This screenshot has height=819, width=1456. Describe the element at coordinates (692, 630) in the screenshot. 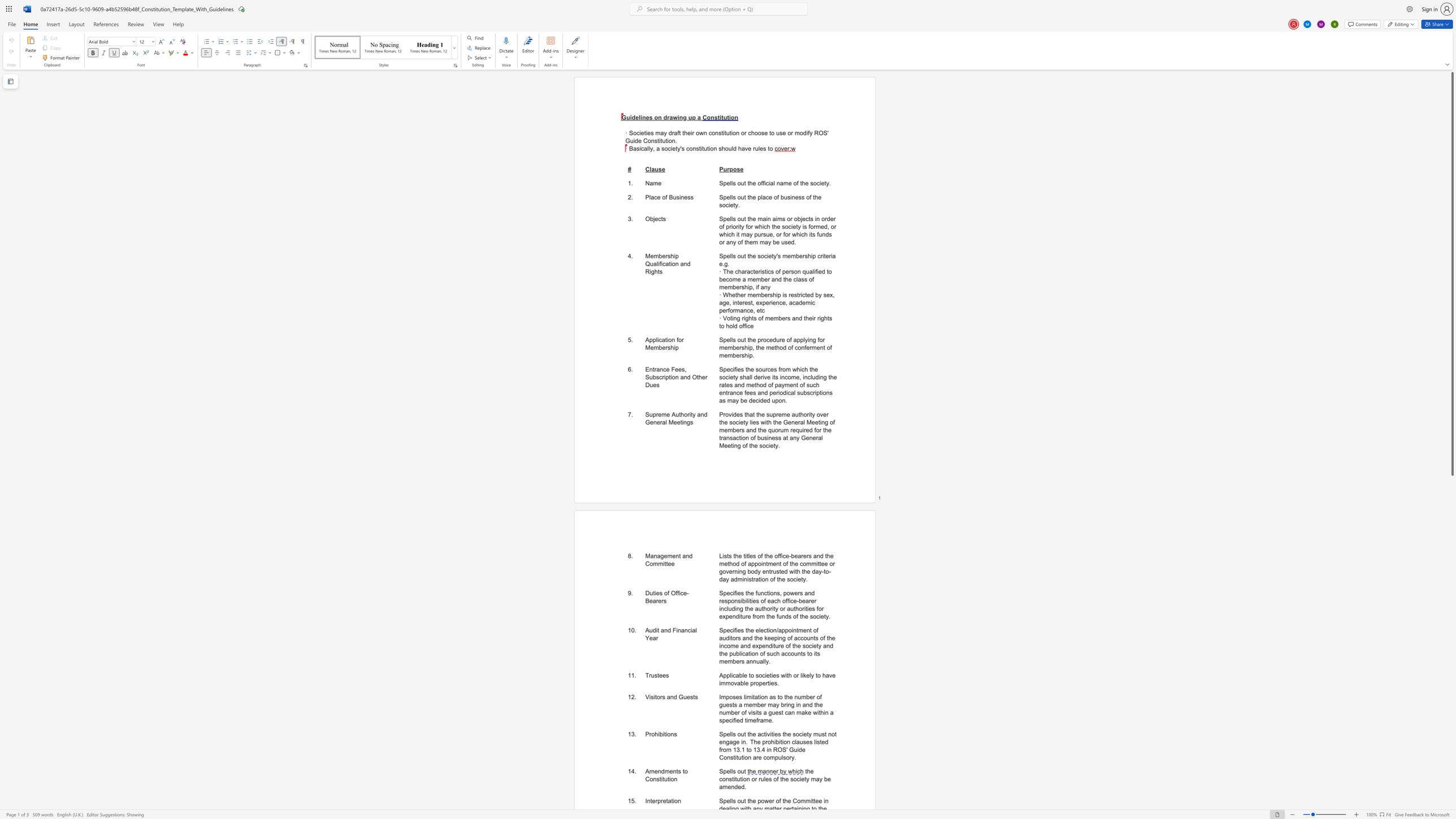

I see `the subset text "al Ye" within the text "Audit and Financial Year"` at that location.